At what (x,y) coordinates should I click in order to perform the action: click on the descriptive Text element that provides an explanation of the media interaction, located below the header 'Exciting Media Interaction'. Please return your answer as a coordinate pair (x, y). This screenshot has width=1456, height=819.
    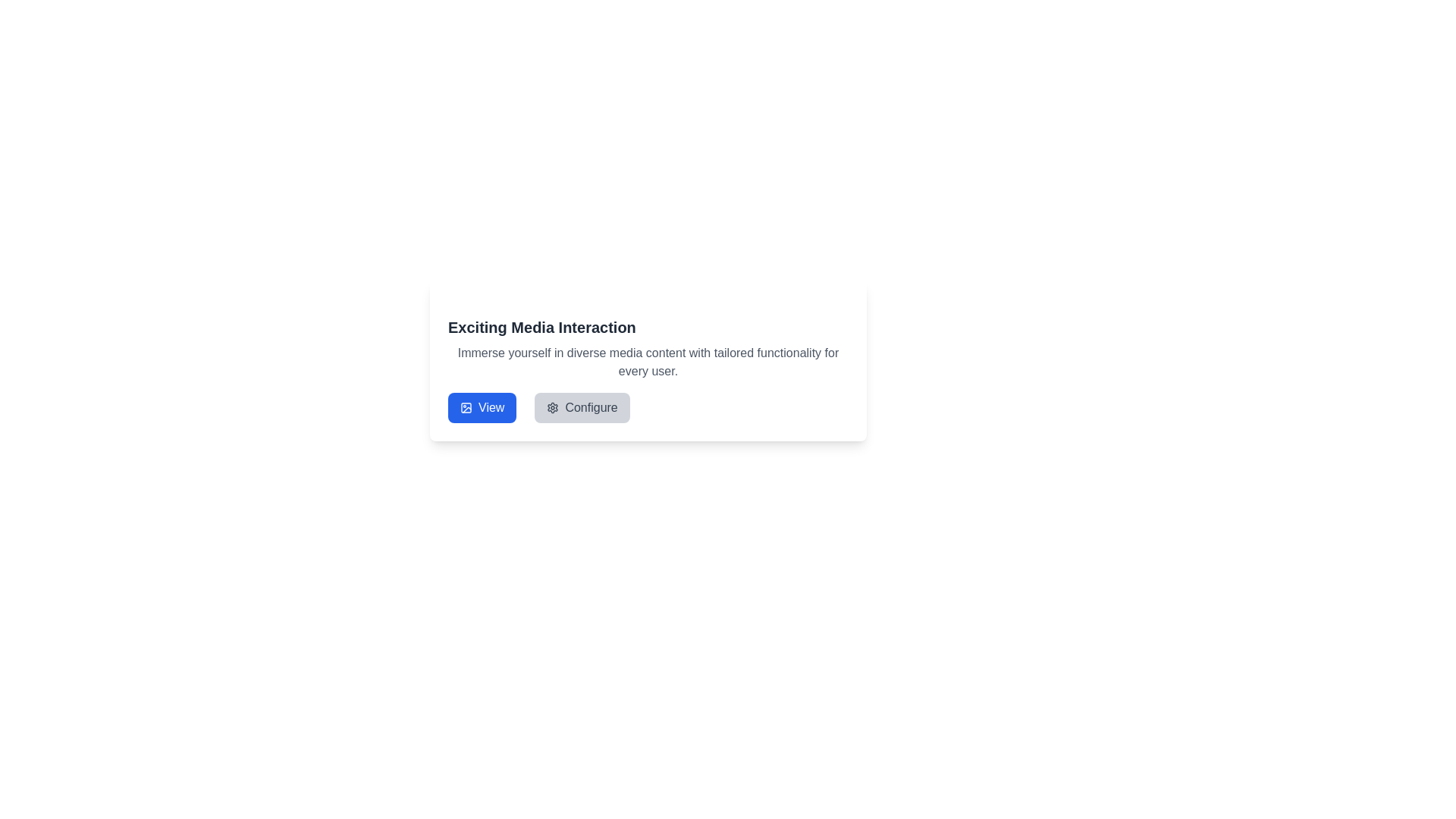
    Looking at the image, I should click on (648, 362).